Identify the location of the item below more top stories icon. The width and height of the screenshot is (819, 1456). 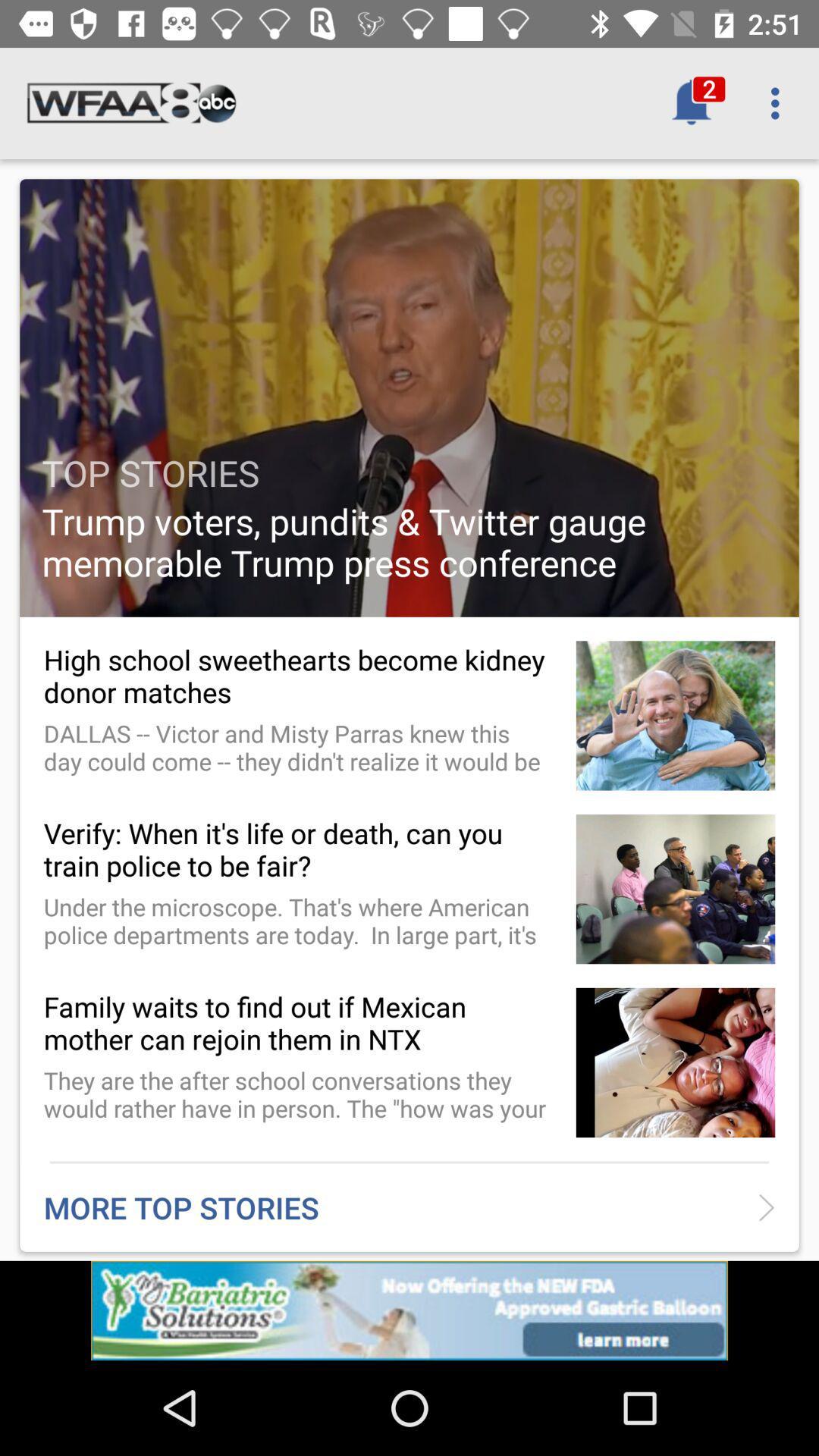
(409, 1310).